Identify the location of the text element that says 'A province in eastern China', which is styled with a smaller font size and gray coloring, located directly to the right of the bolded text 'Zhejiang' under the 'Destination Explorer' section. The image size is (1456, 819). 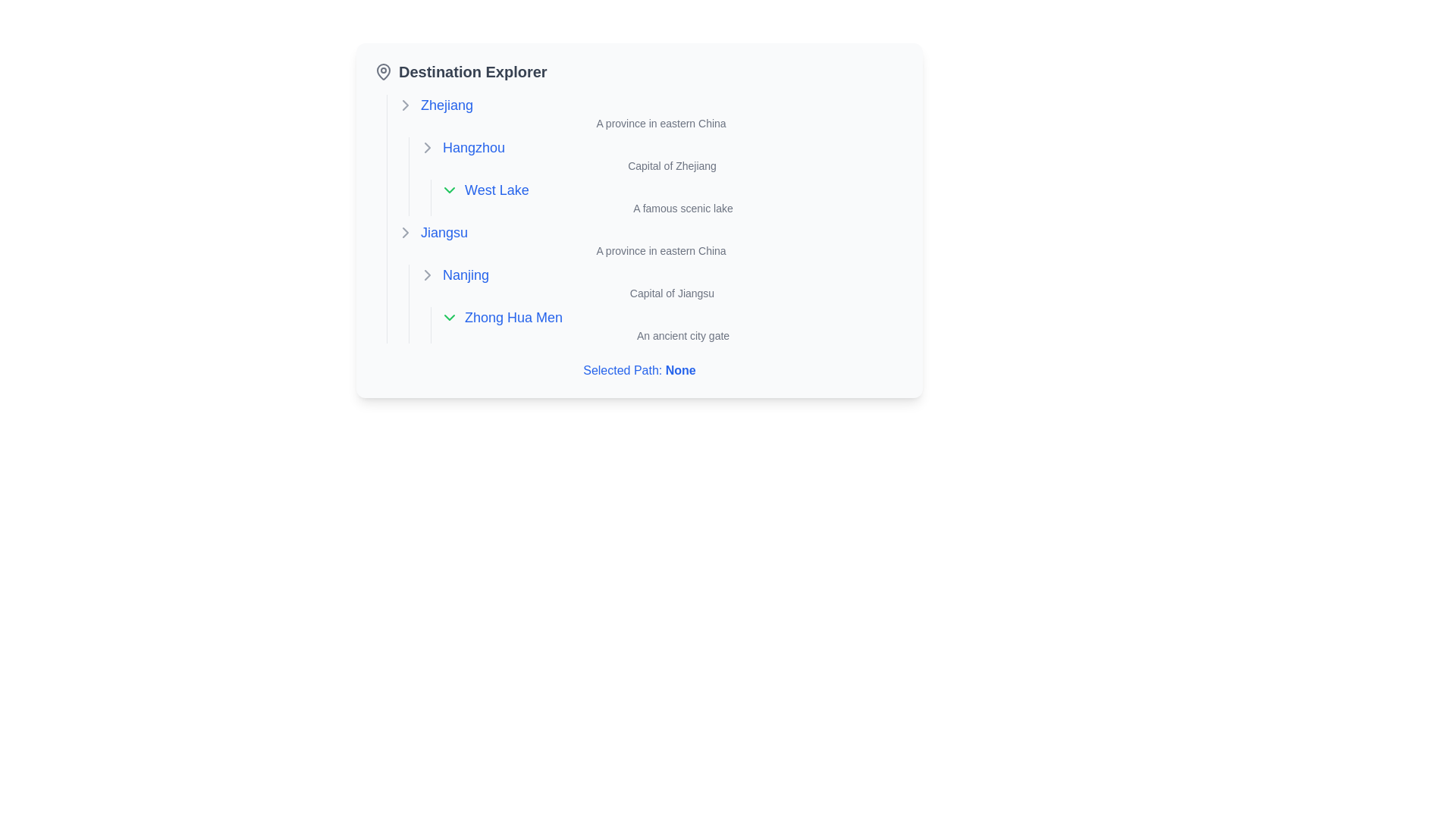
(651, 122).